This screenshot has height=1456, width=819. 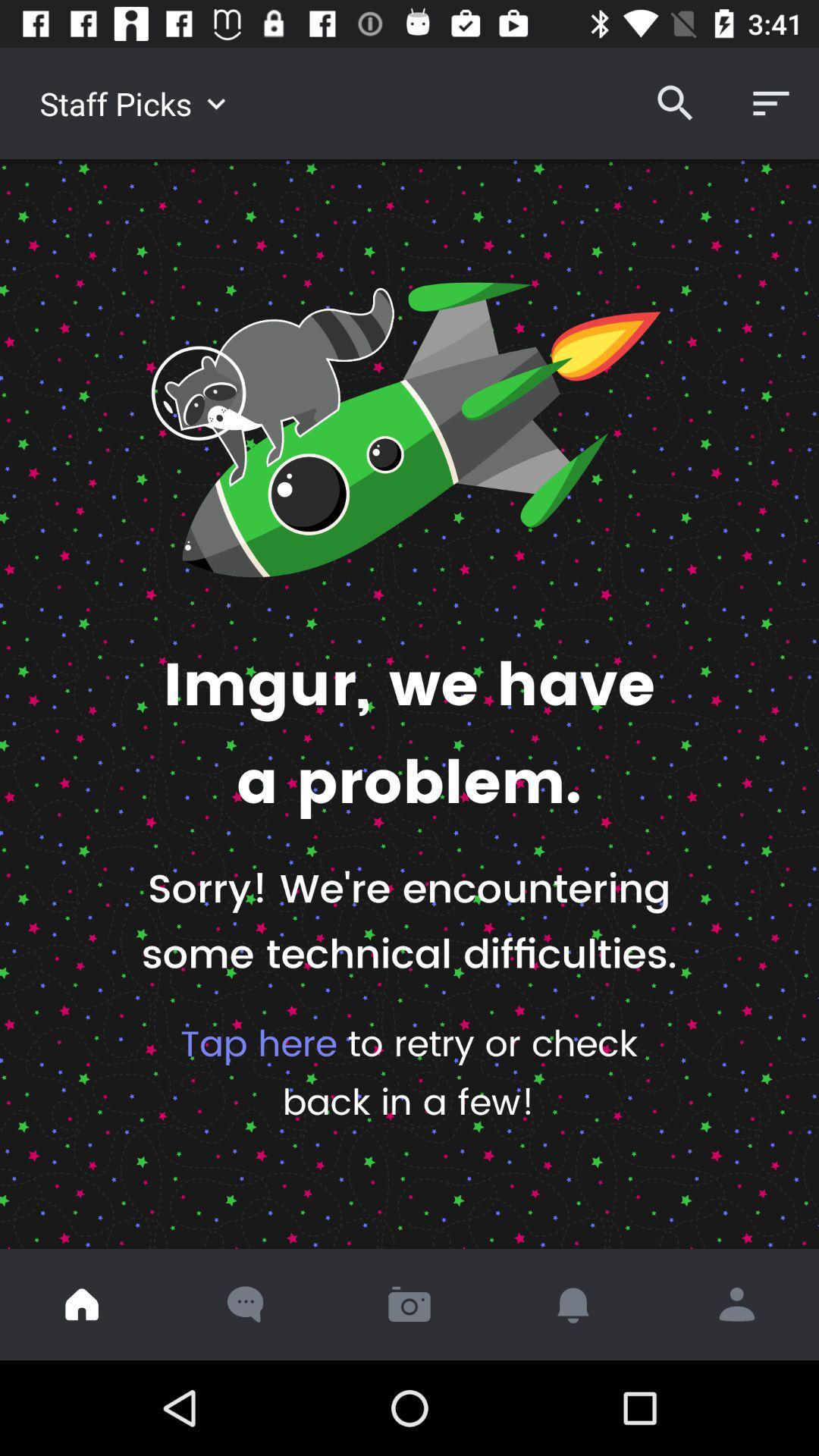 What do you see at coordinates (675, 102) in the screenshot?
I see `the item next to staff picks item` at bounding box center [675, 102].